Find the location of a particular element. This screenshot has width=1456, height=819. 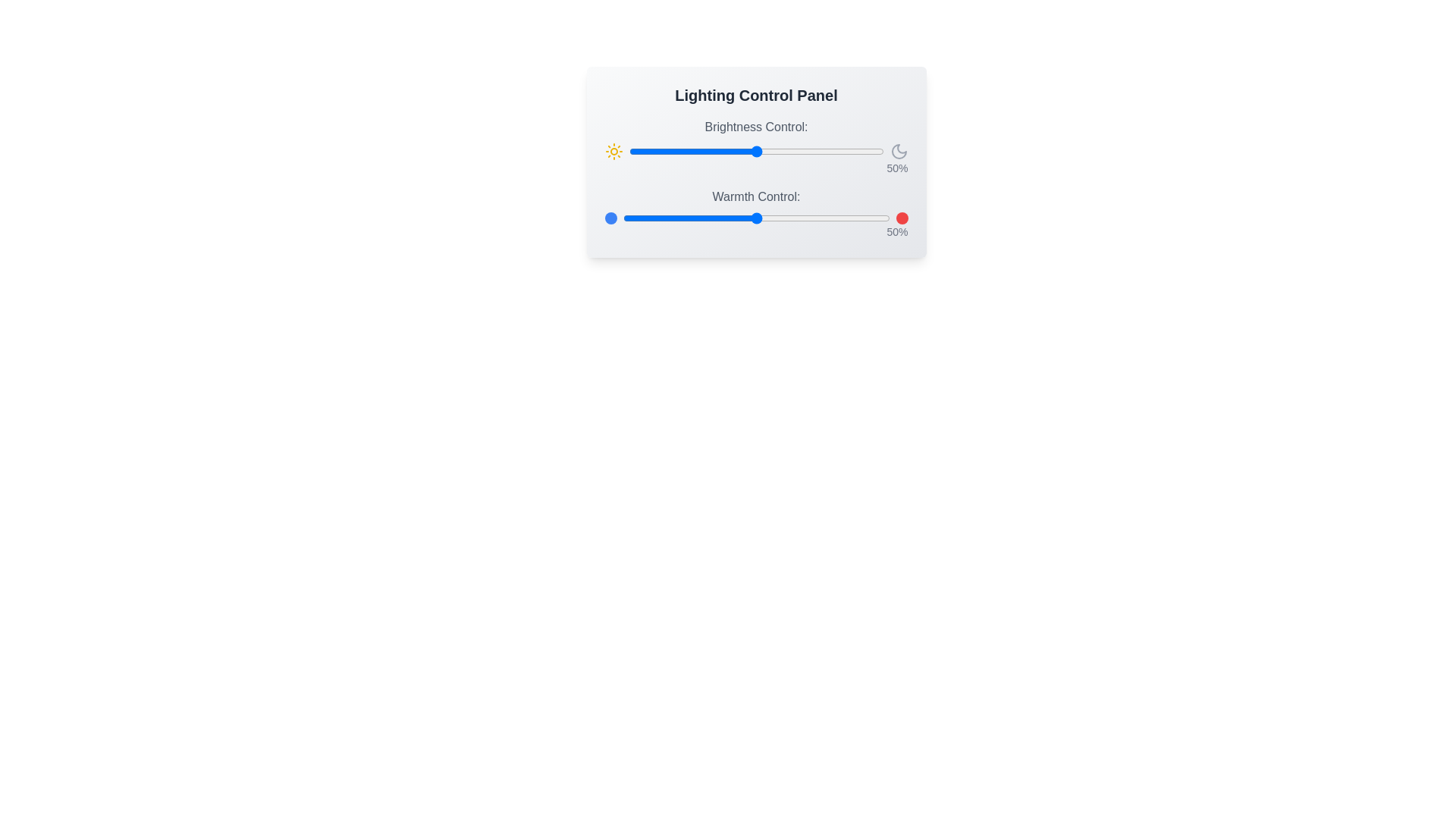

brightness is located at coordinates (878, 152).